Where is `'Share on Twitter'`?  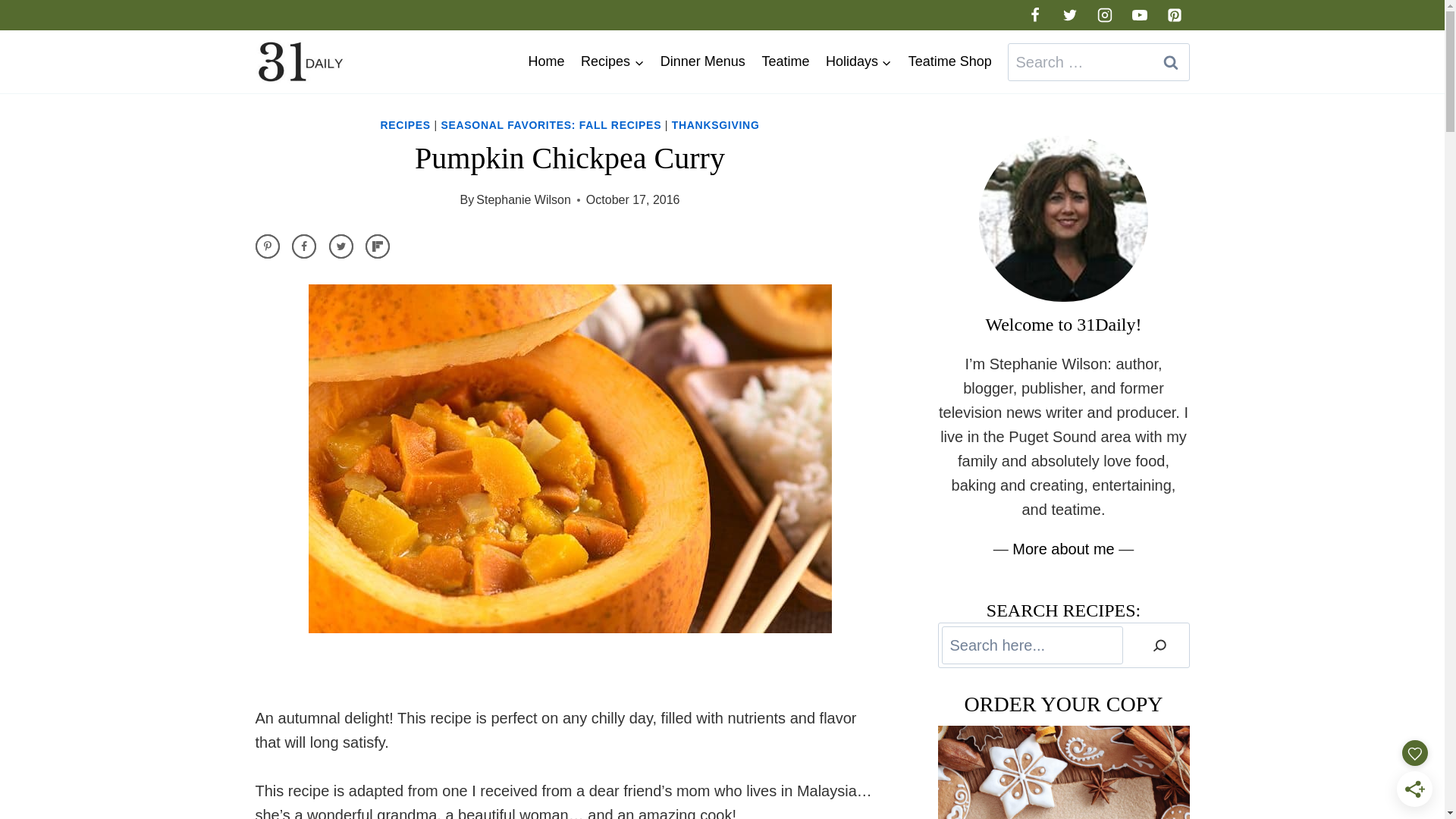
'Share on Twitter' is located at coordinates (340, 245).